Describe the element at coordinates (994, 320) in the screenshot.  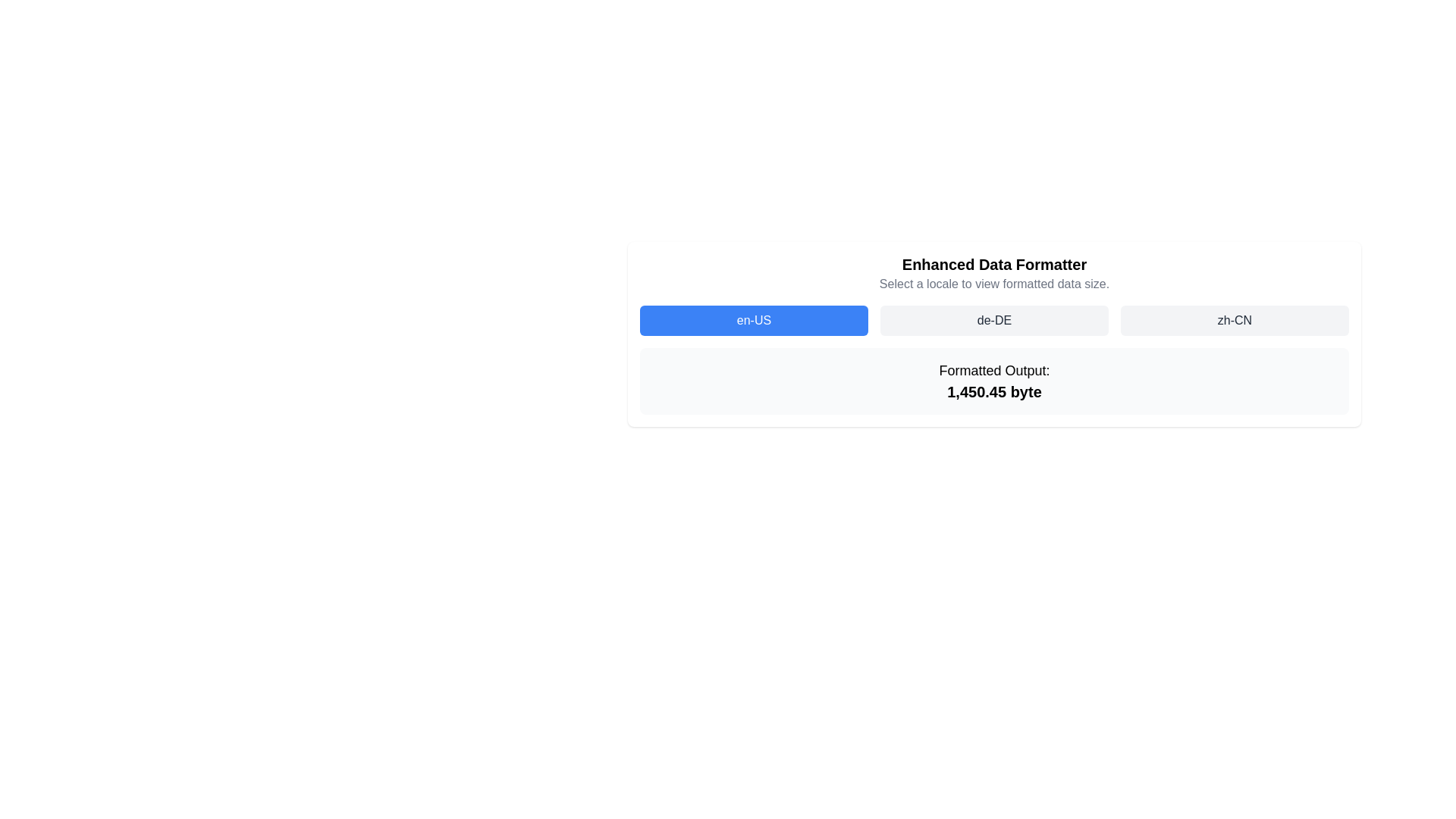
I see `the middle button` at that location.